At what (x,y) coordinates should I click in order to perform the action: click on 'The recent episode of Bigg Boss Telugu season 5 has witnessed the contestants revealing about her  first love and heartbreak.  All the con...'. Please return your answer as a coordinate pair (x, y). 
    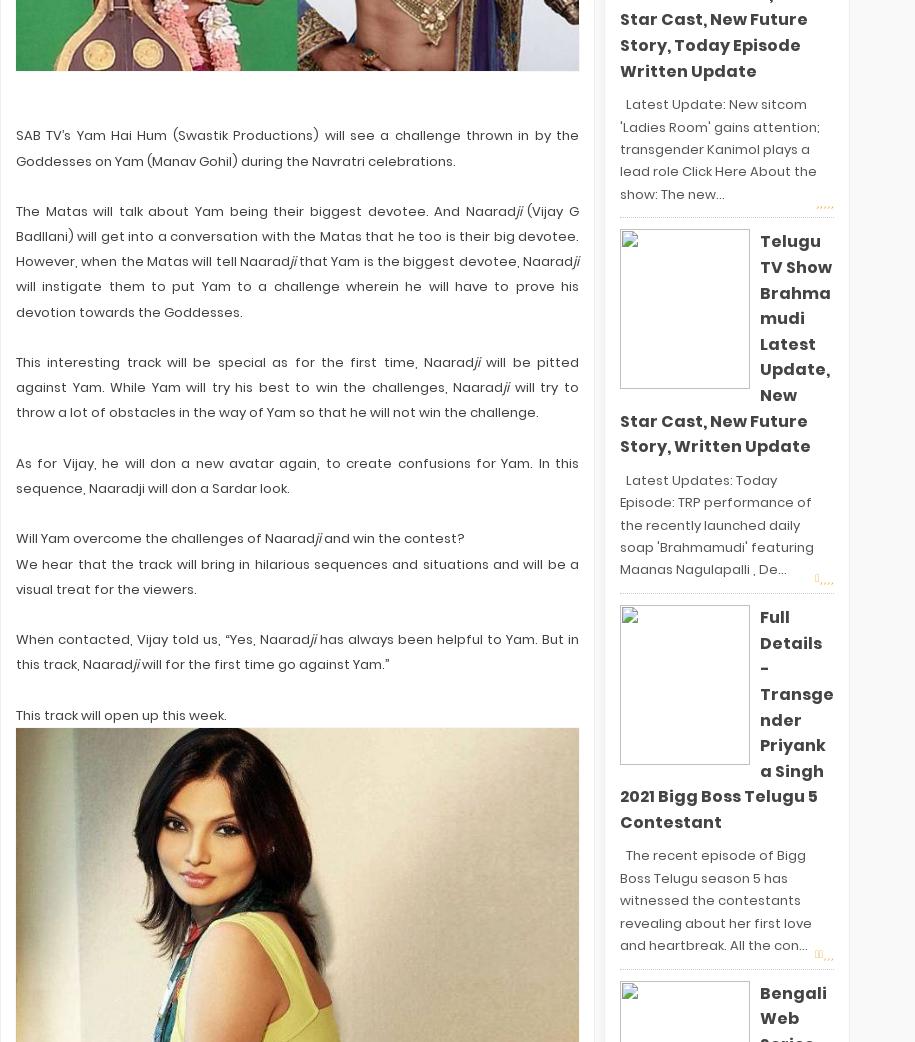
    Looking at the image, I should click on (714, 899).